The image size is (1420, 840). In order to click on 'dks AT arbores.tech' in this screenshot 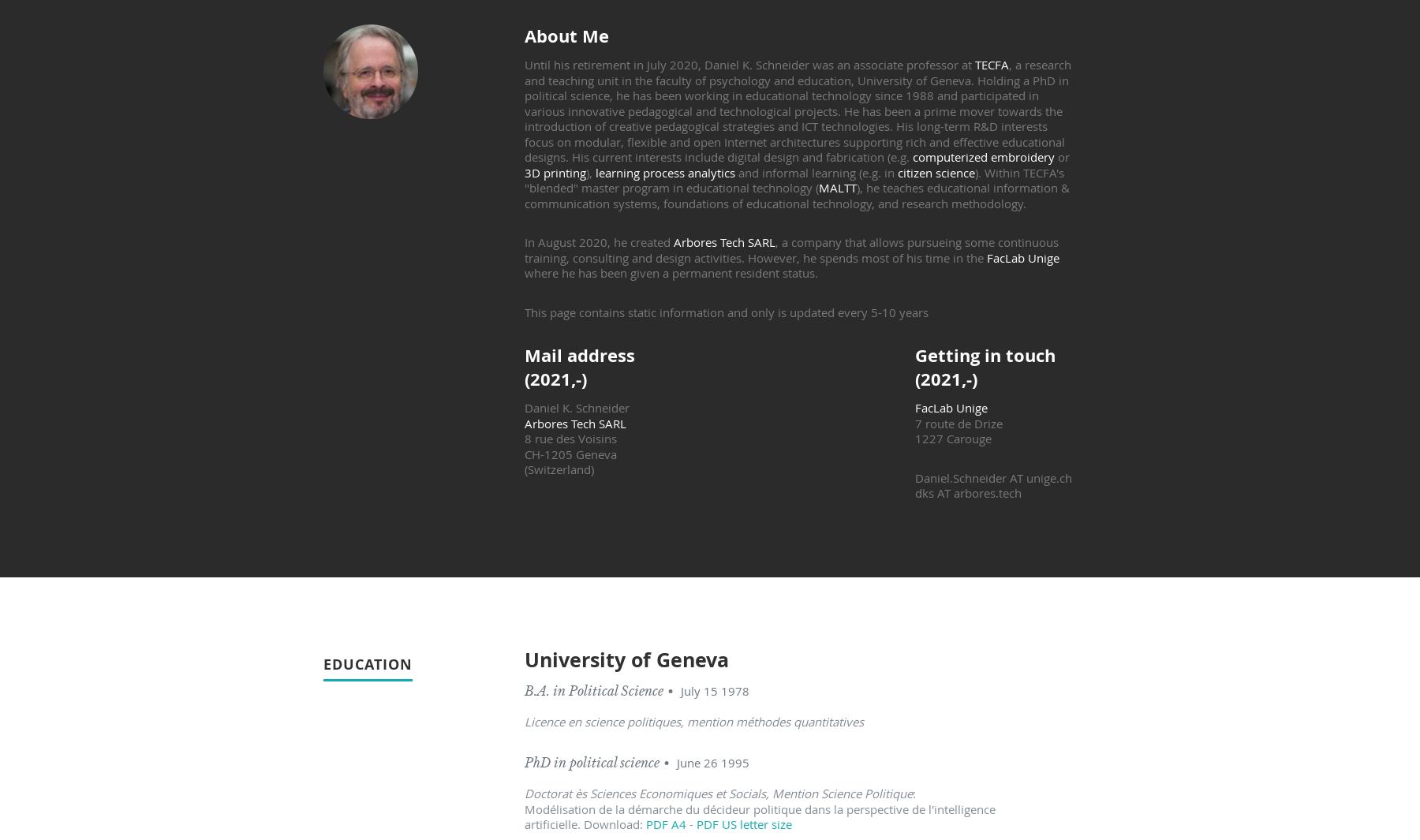, I will do `click(914, 493)`.